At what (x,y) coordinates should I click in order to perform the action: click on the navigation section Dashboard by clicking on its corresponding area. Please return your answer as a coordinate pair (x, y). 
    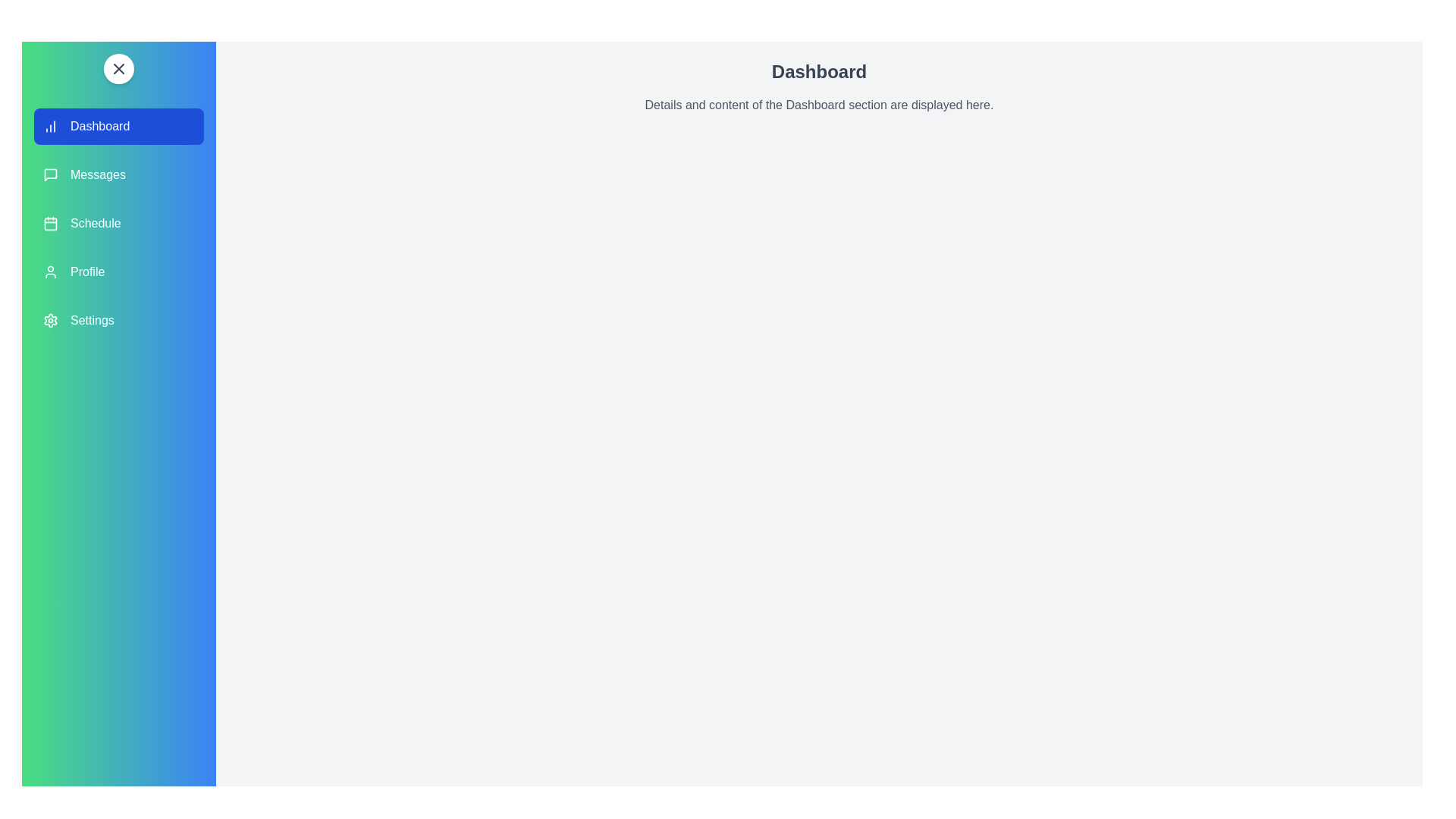
    Looking at the image, I should click on (118, 125).